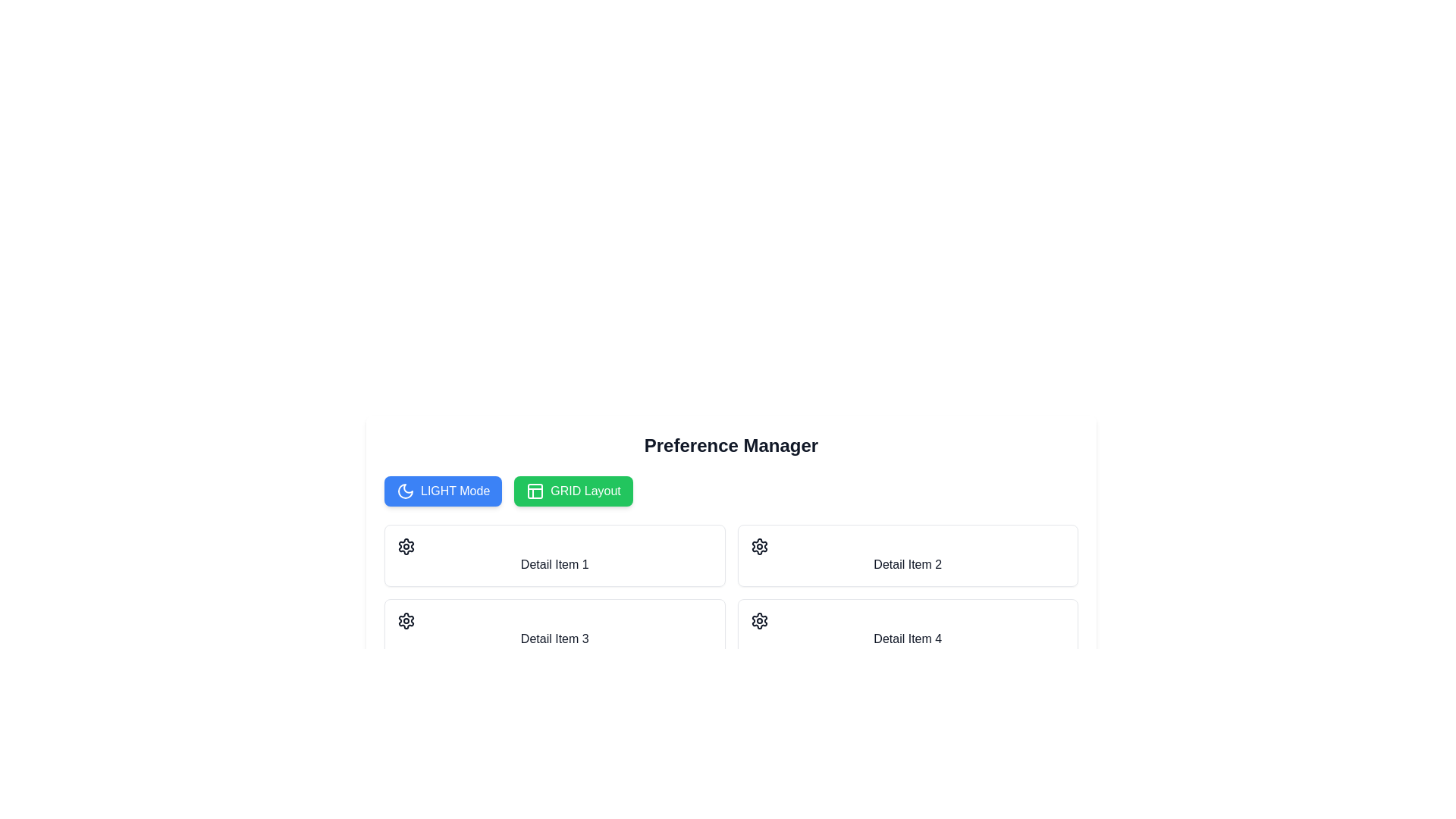 This screenshot has height=819, width=1456. I want to click on the settings icon located at the top-left corner of the 'Detail Item 1' card, which serves as a button, so click(406, 547).